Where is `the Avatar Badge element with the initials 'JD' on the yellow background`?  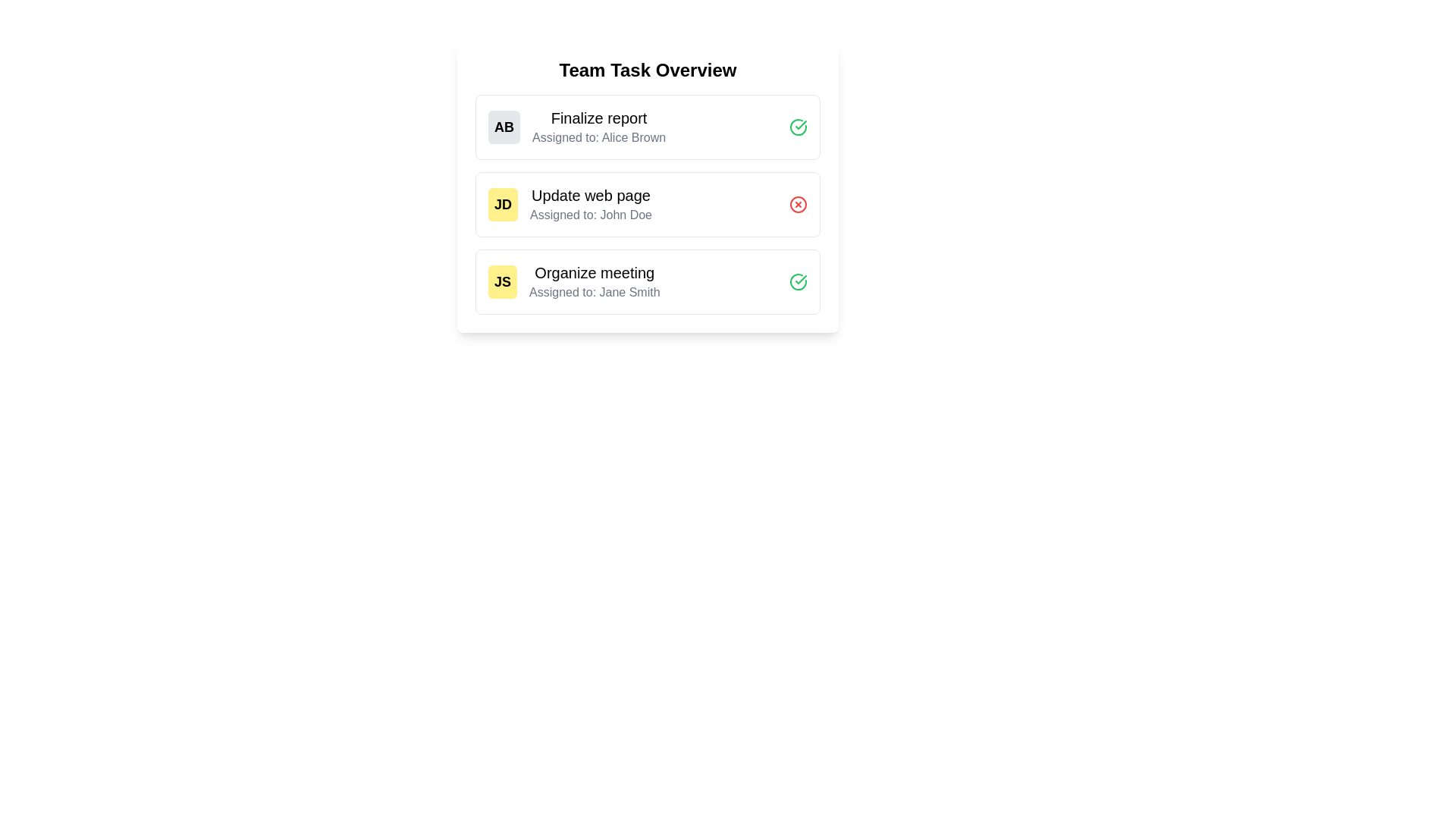 the Avatar Badge element with the initials 'JD' on the yellow background is located at coordinates (503, 205).